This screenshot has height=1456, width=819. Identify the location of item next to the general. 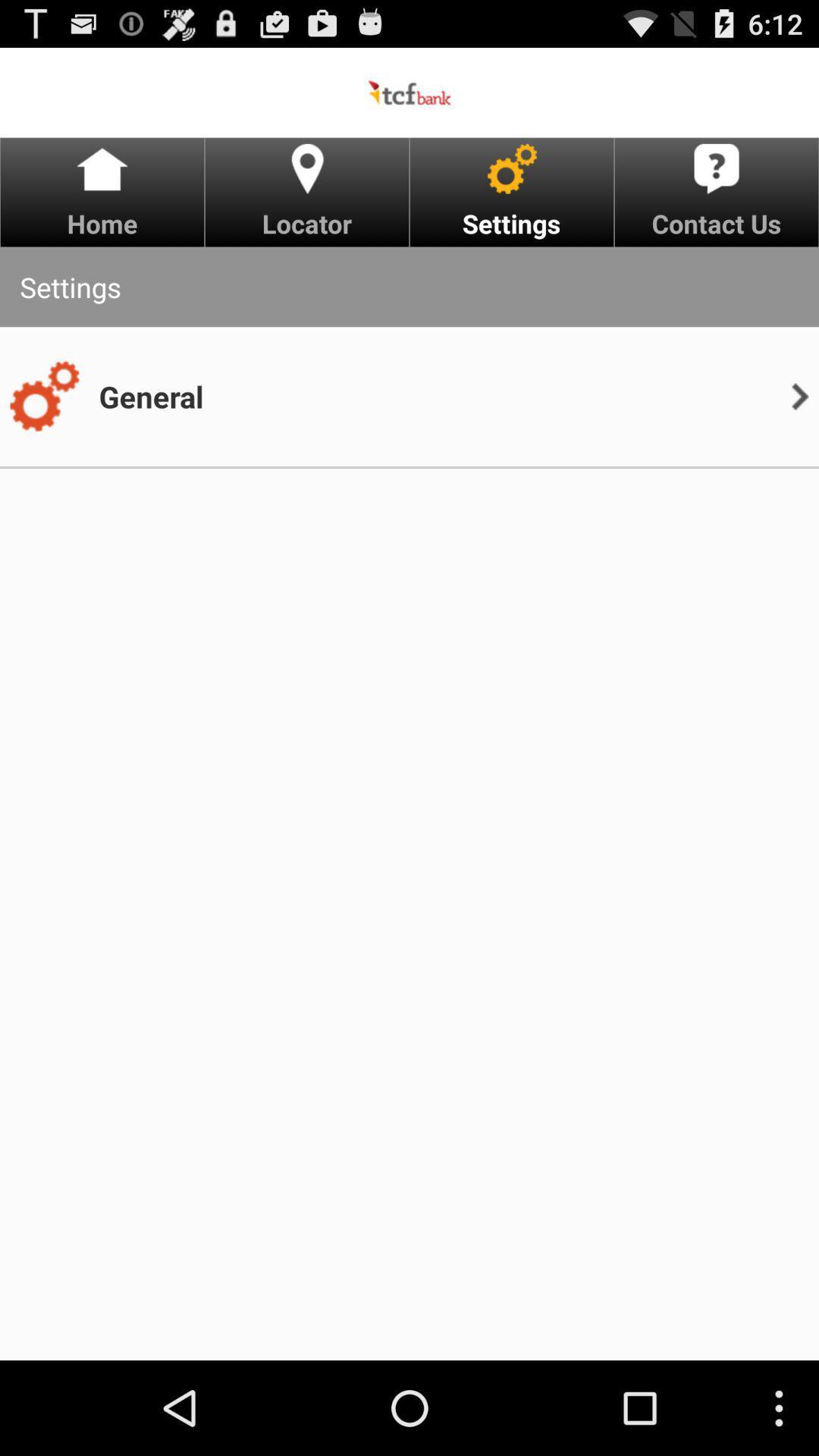
(799, 397).